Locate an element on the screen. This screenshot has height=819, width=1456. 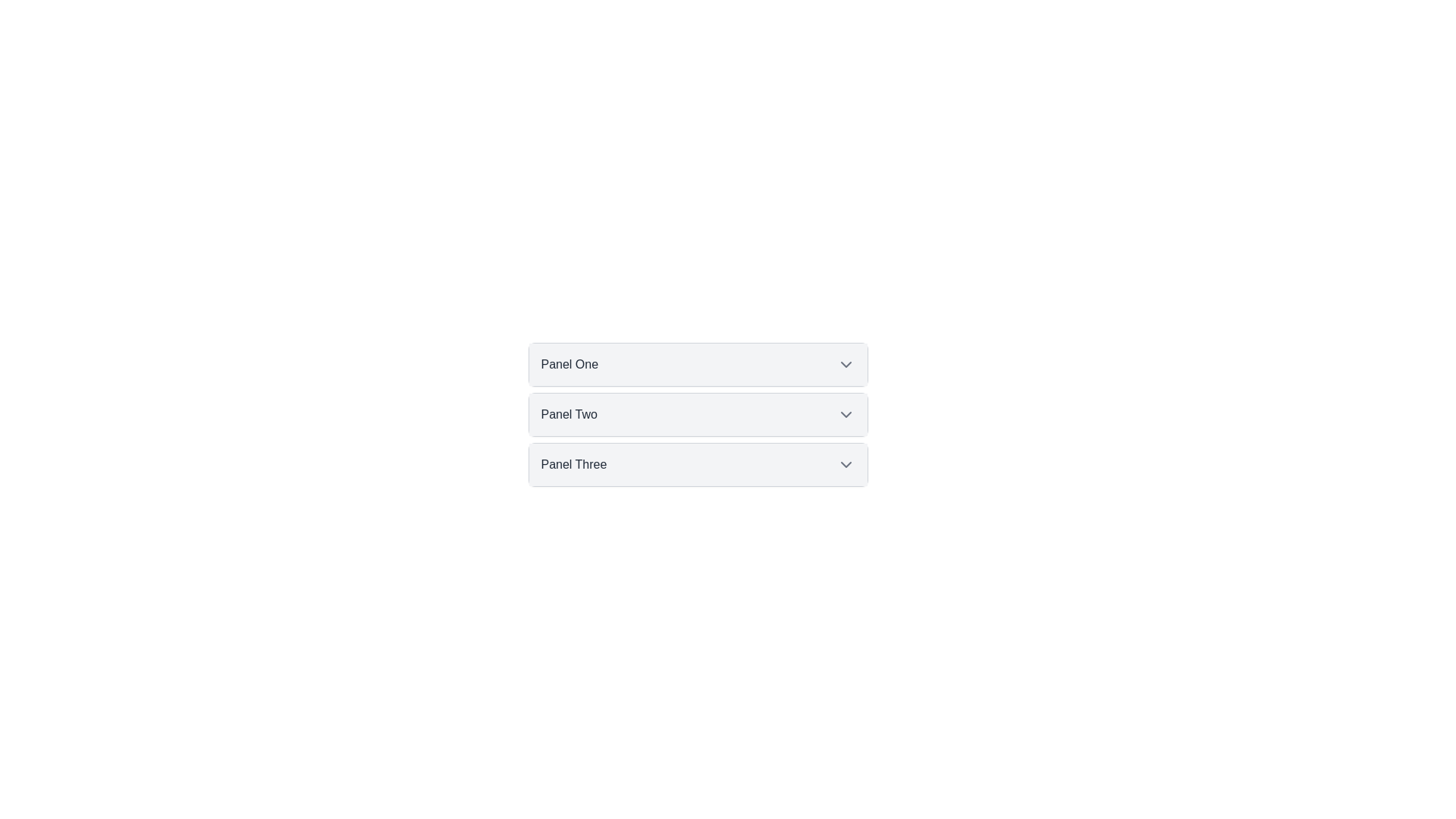
the toggle button located at the far right of the 'Panel One' header is located at coordinates (845, 365).